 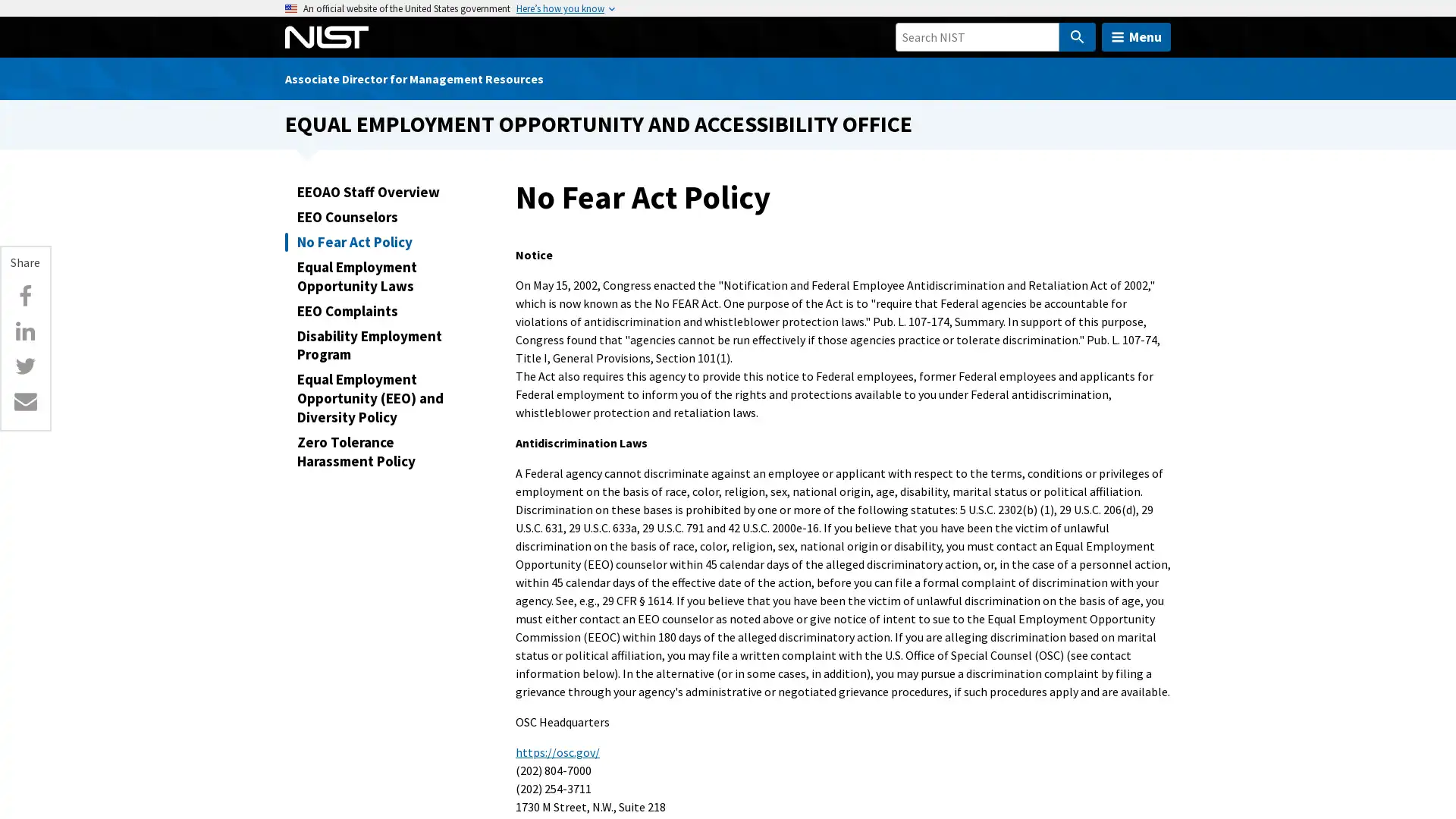 What do you see at coordinates (1136, 36) in the screenshot?
I see `Menu` at bounding box center [1136, 36].